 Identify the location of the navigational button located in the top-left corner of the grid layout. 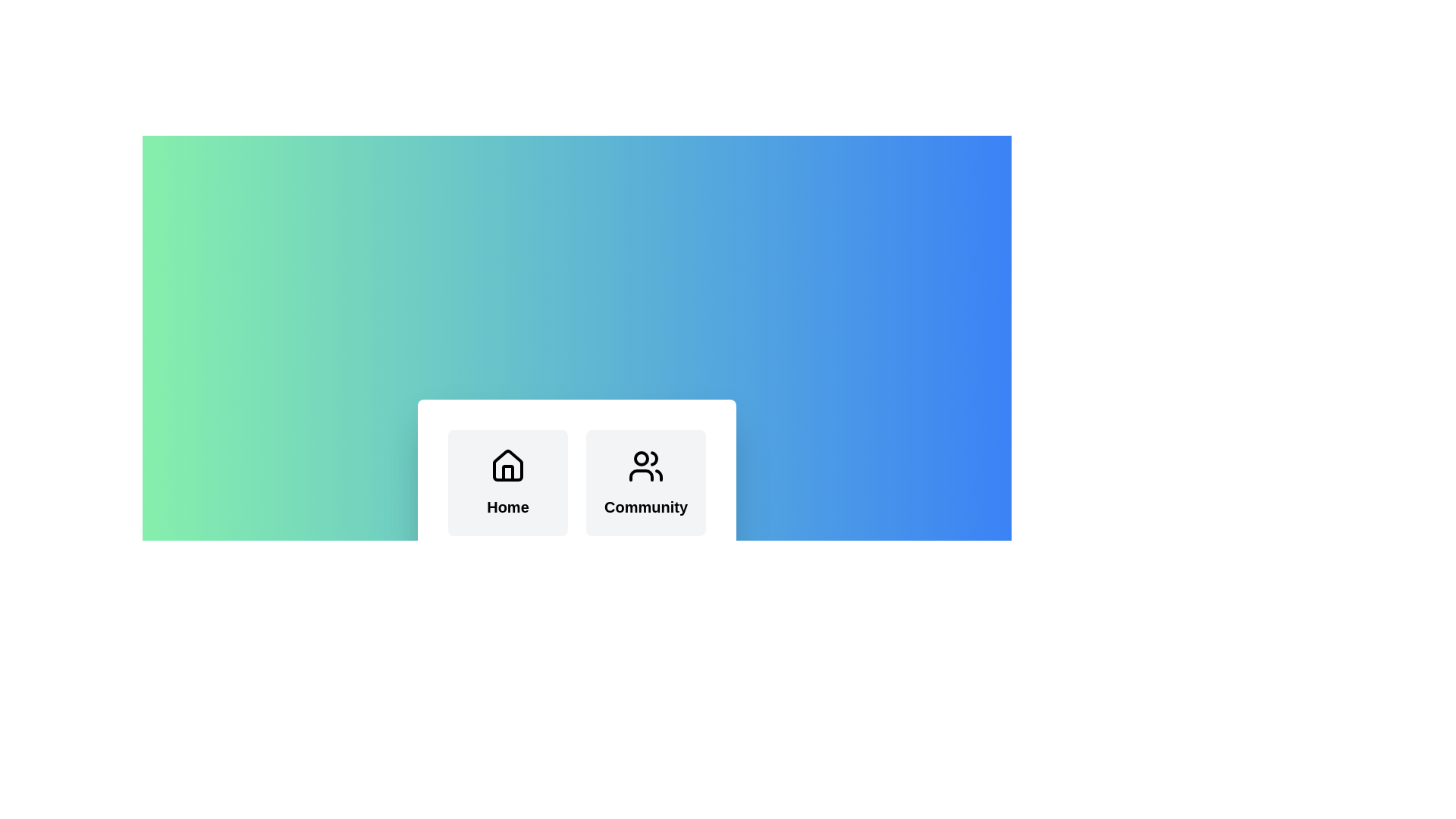
(508, 482).